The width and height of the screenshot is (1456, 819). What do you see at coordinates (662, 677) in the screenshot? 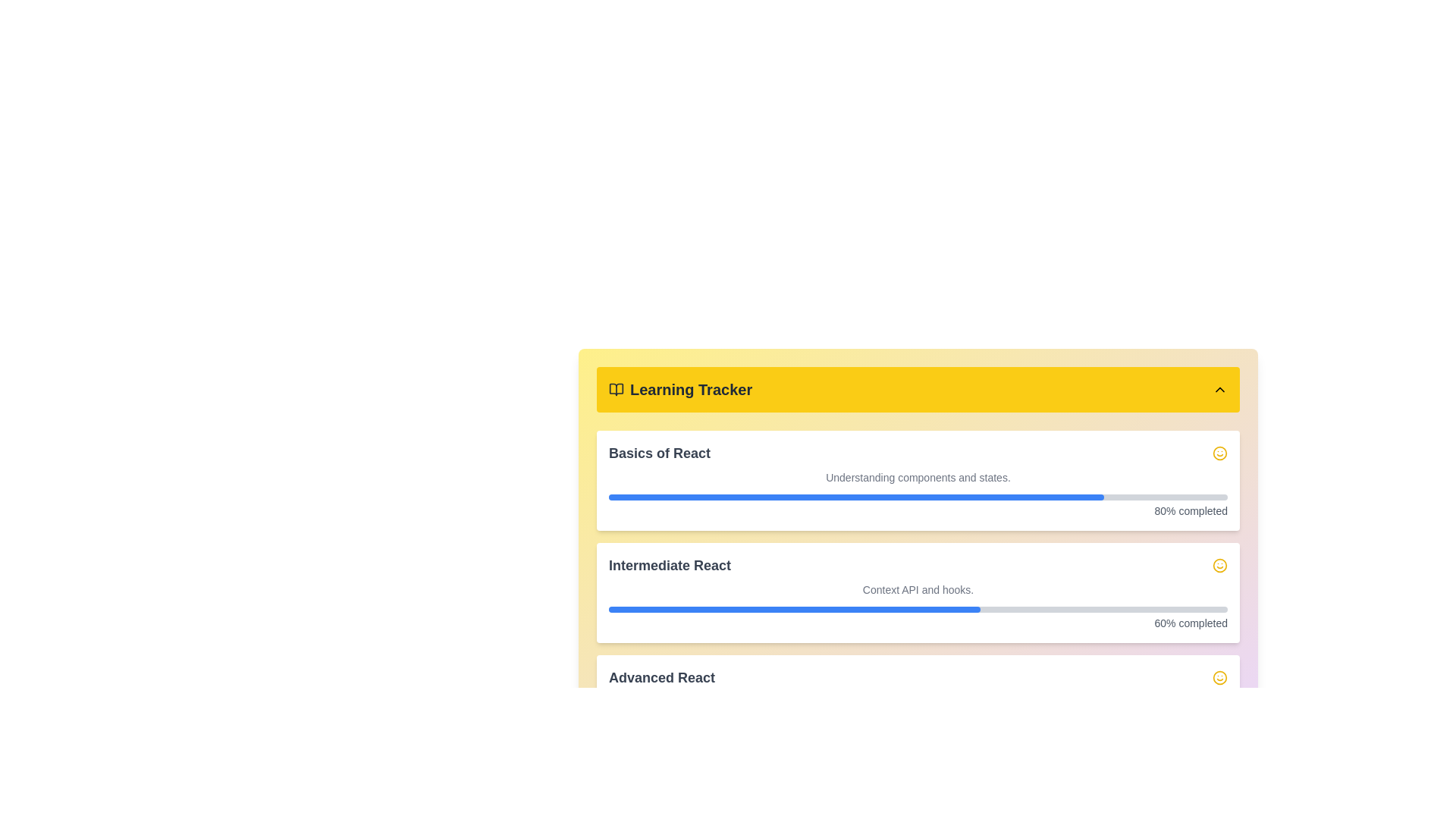
I see `text label that displays 'Advanced React' in a bold and large font, styled in dark gray, located below 'Basics of React' and 'Intermediate React'` at bounding box center [662, 677].